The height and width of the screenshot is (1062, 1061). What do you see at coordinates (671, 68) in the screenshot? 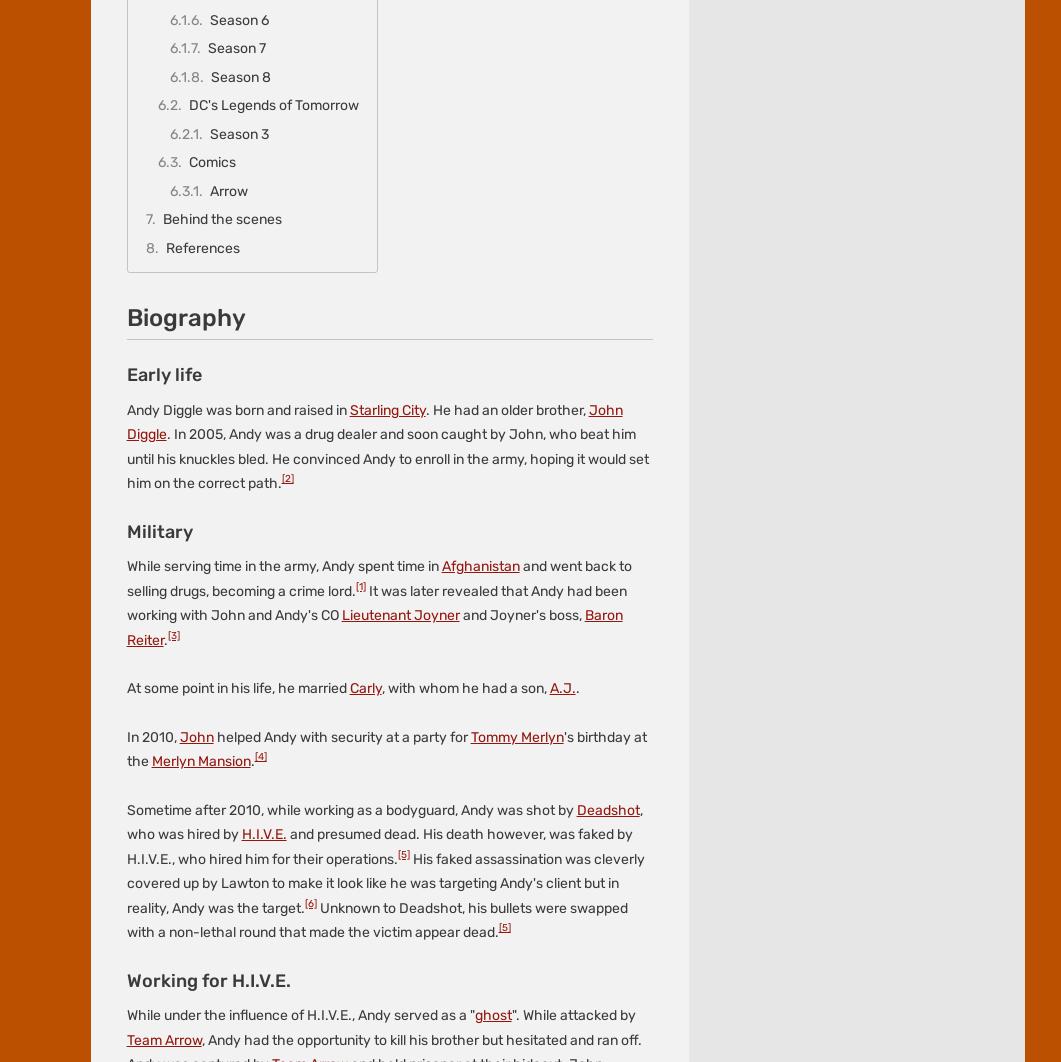
I see `'Do Not Sell or Share My Personal Information'` at bounding box center [671, 68].